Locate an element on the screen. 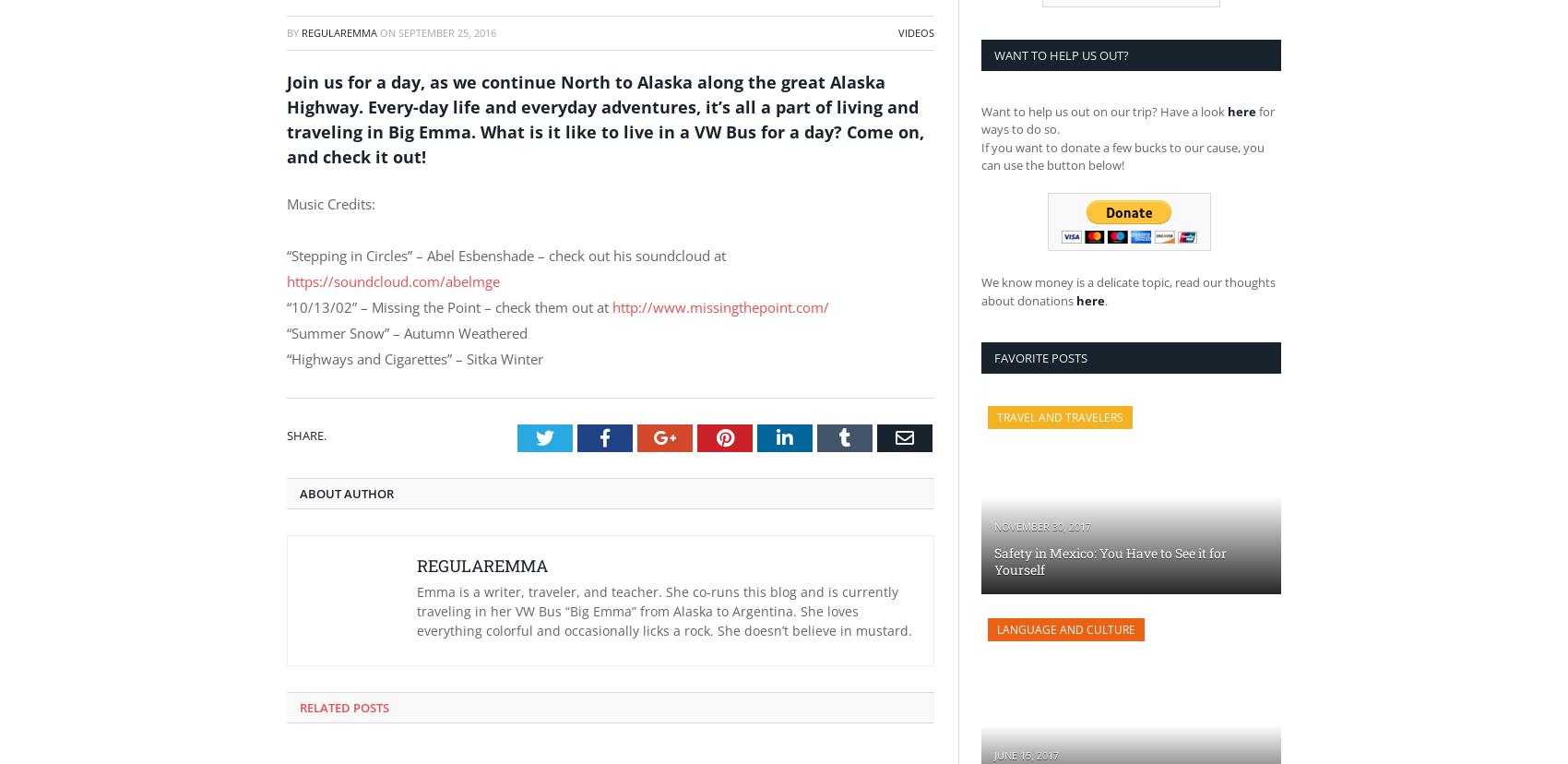  '.' is located at coordinates (1103, 298).